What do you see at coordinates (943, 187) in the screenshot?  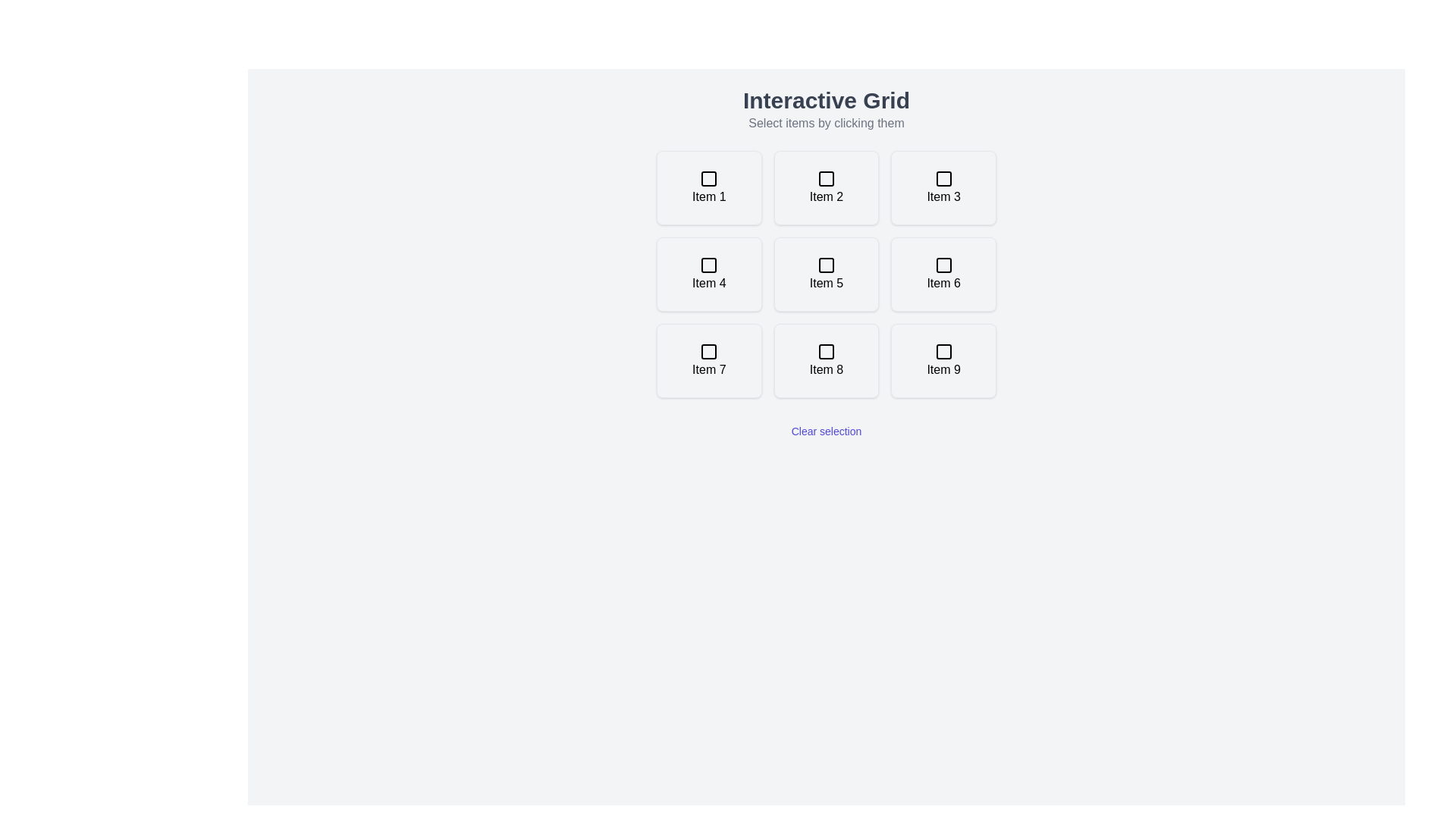 I see `the rectangular button labeled 'Item 3' to trigger its hover effects` at bounding box center [943, 187].